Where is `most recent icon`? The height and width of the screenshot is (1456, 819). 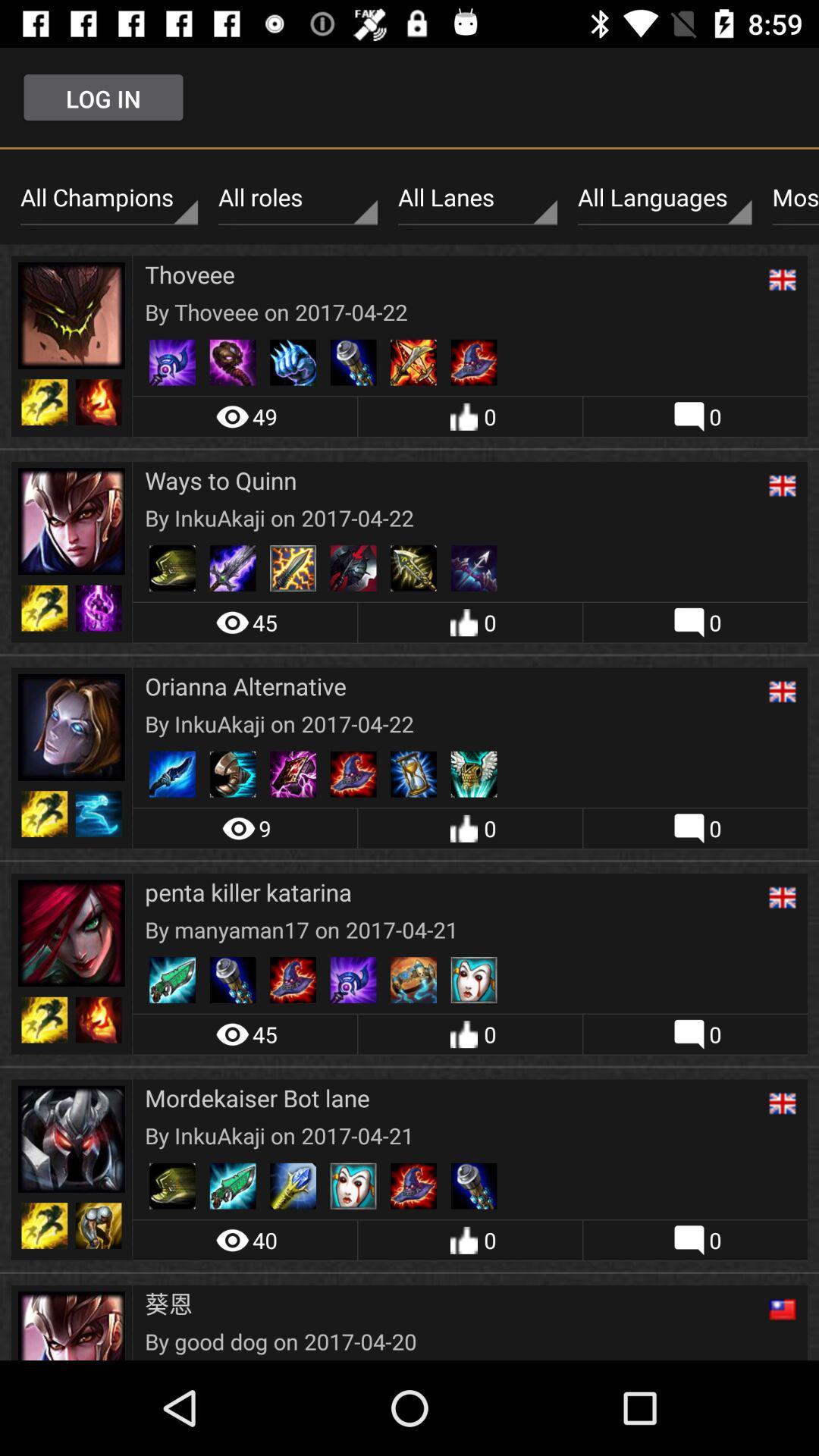 most recent icon is located at coordinates (791, 197).